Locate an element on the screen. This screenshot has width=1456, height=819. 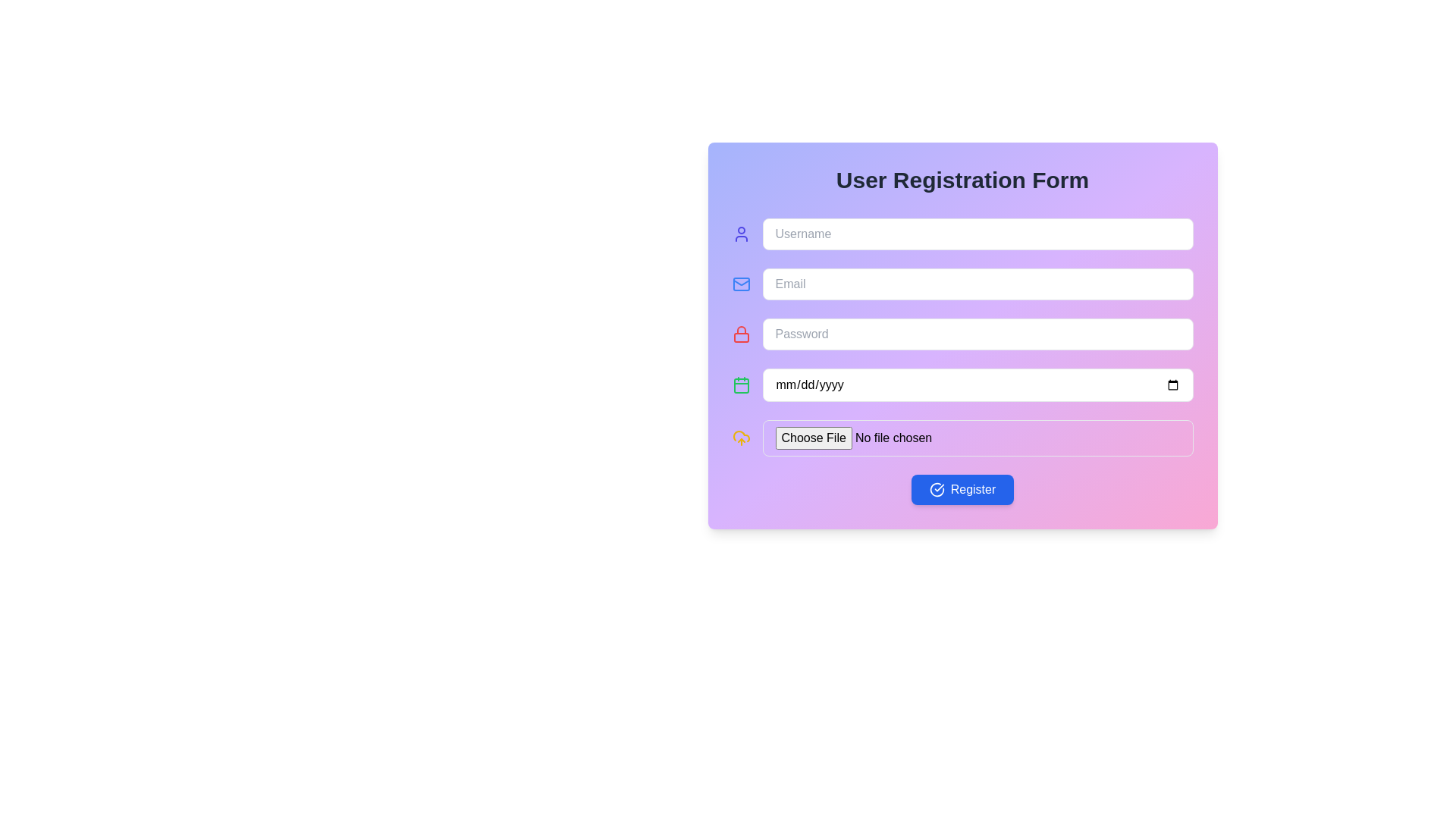
the envelope icon graphic, which is blue is located at coordinates (741, 284).